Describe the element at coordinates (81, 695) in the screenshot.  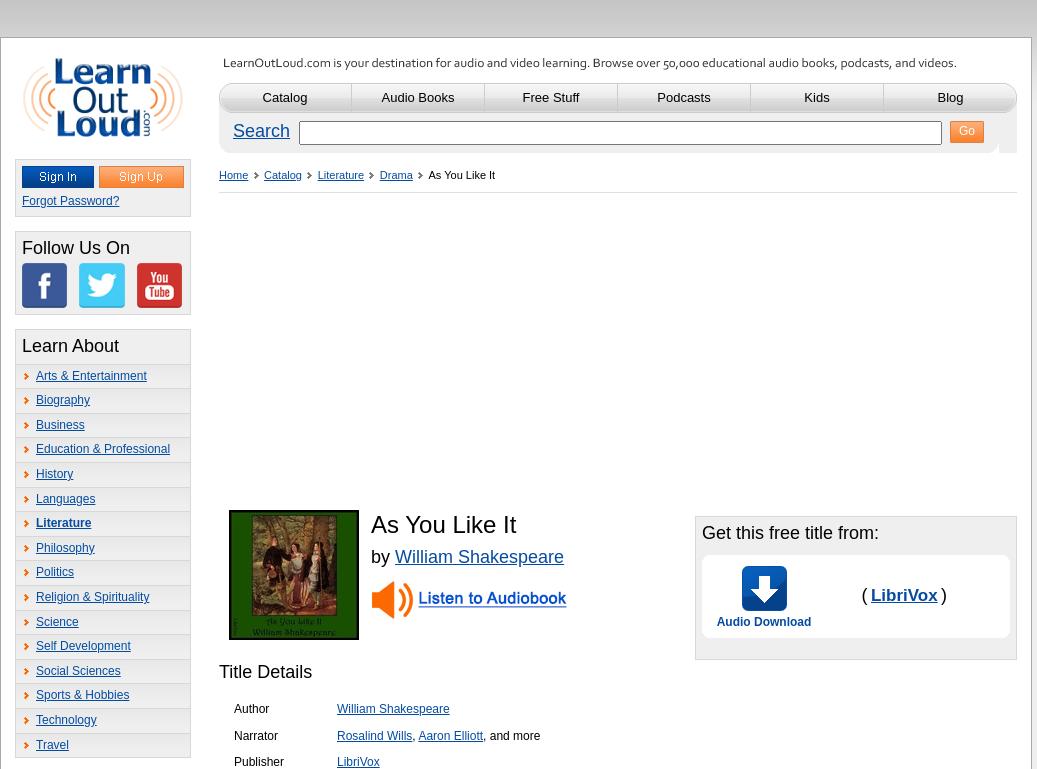
I see `'Sports & Hobbies'` at that location.